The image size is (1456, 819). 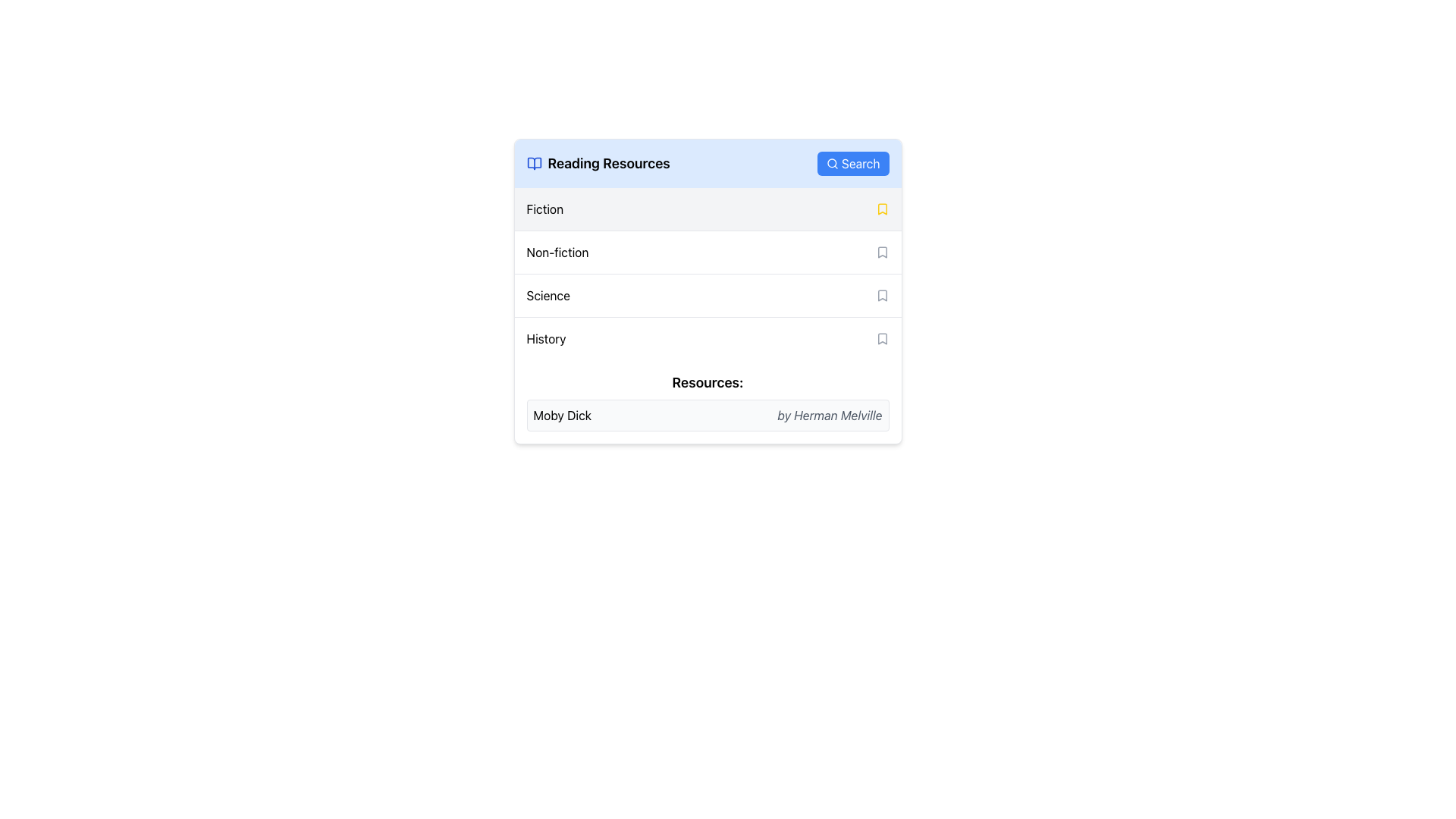 What do you see at coordinates (852, 164) in the screenshot?
I see `the button located` at bounding box center [852, 164].